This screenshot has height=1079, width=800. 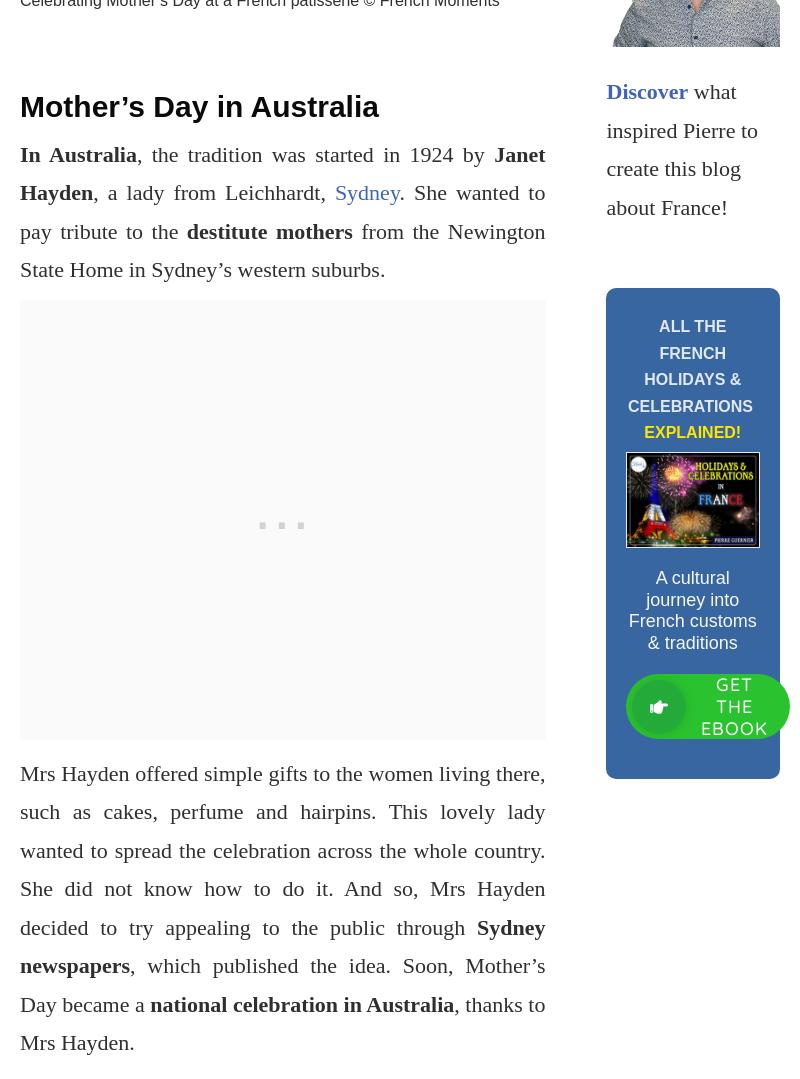 I want to click on 'A cultural journey into French customs & traditions', so click(x=692, y=609).